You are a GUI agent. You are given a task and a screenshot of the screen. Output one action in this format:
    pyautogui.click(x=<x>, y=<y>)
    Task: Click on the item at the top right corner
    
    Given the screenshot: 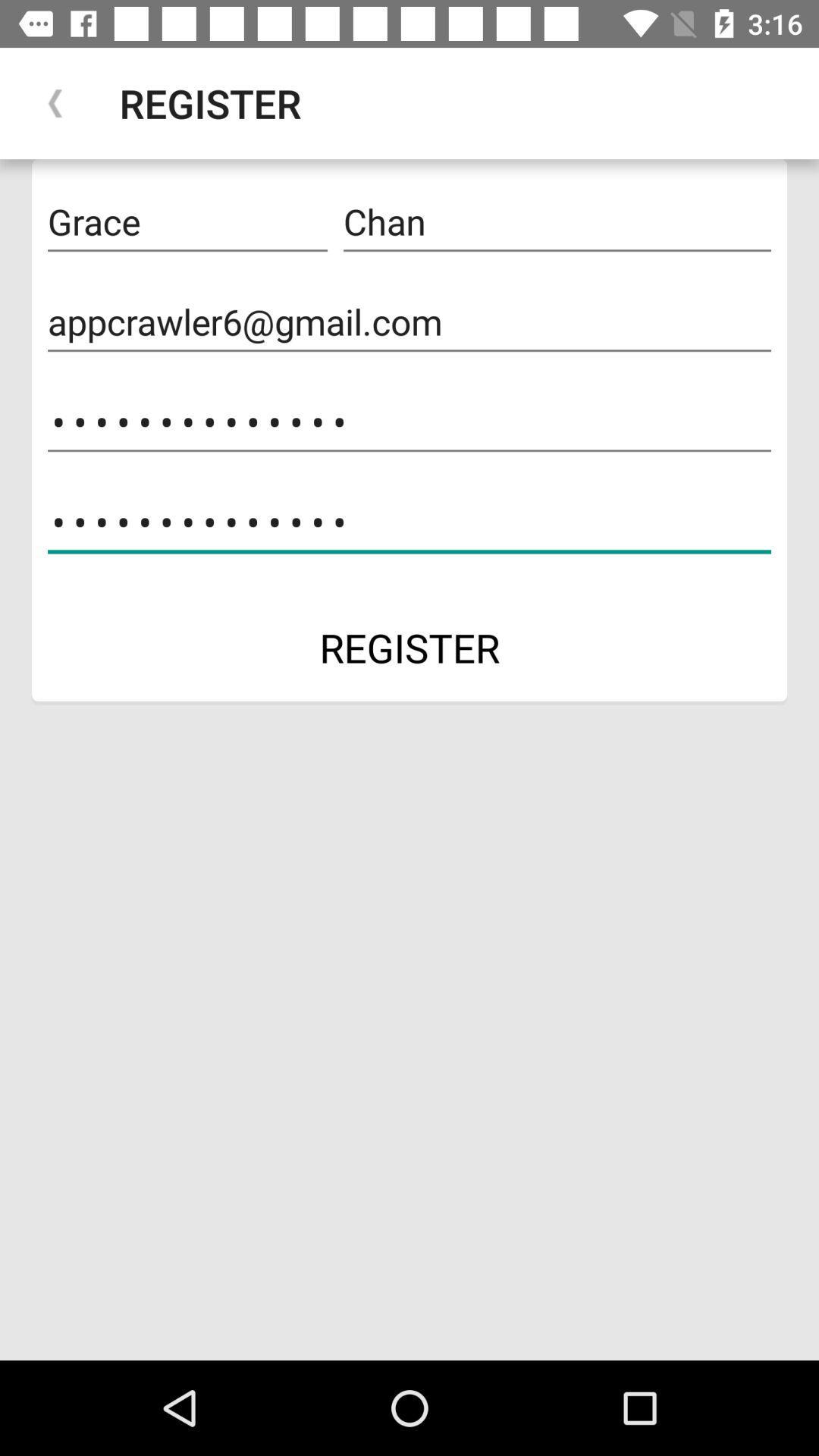 What is the action you would take?
    pyautogui.click(x=557, y=221)
    